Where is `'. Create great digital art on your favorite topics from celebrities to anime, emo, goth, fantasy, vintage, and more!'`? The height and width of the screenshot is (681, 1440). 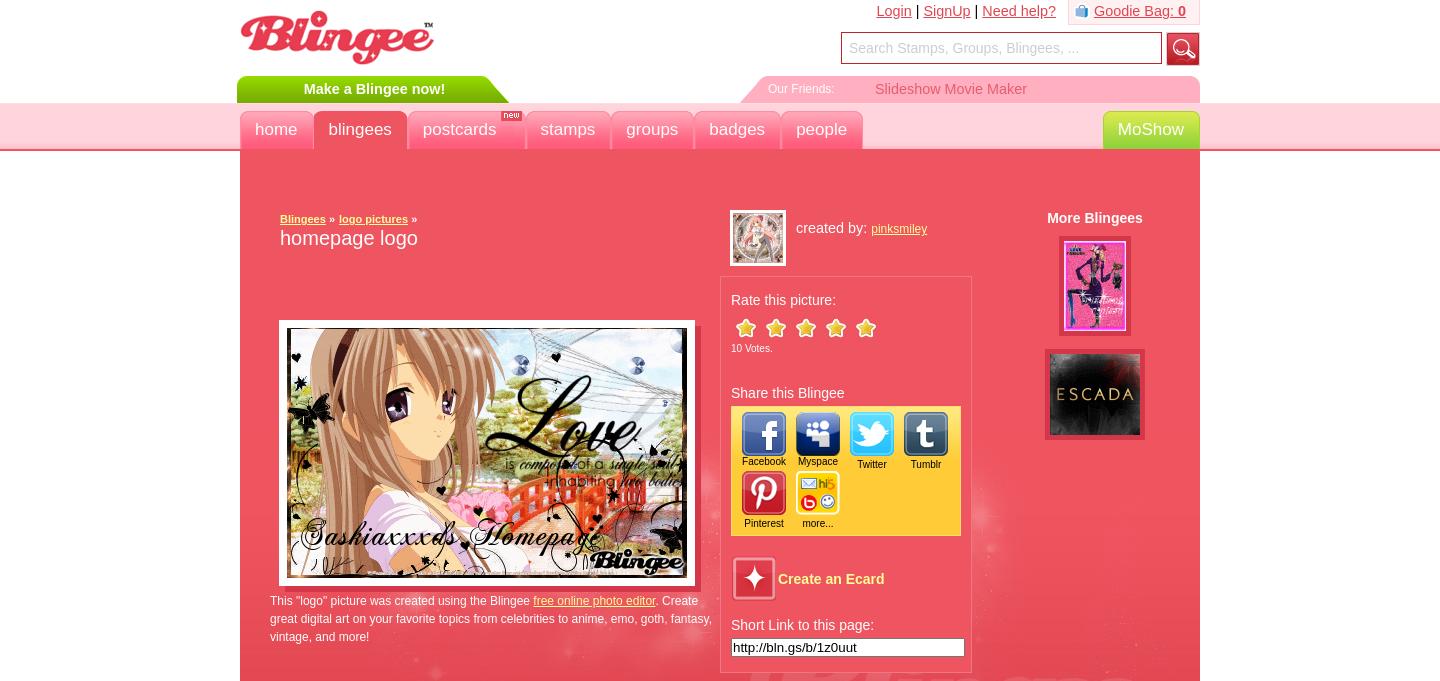
'. Create great digital art on your favorite topics from celebrities to anime, emo, goth, fantasy, vintage, and more!' is located at coordinates (269, 618).